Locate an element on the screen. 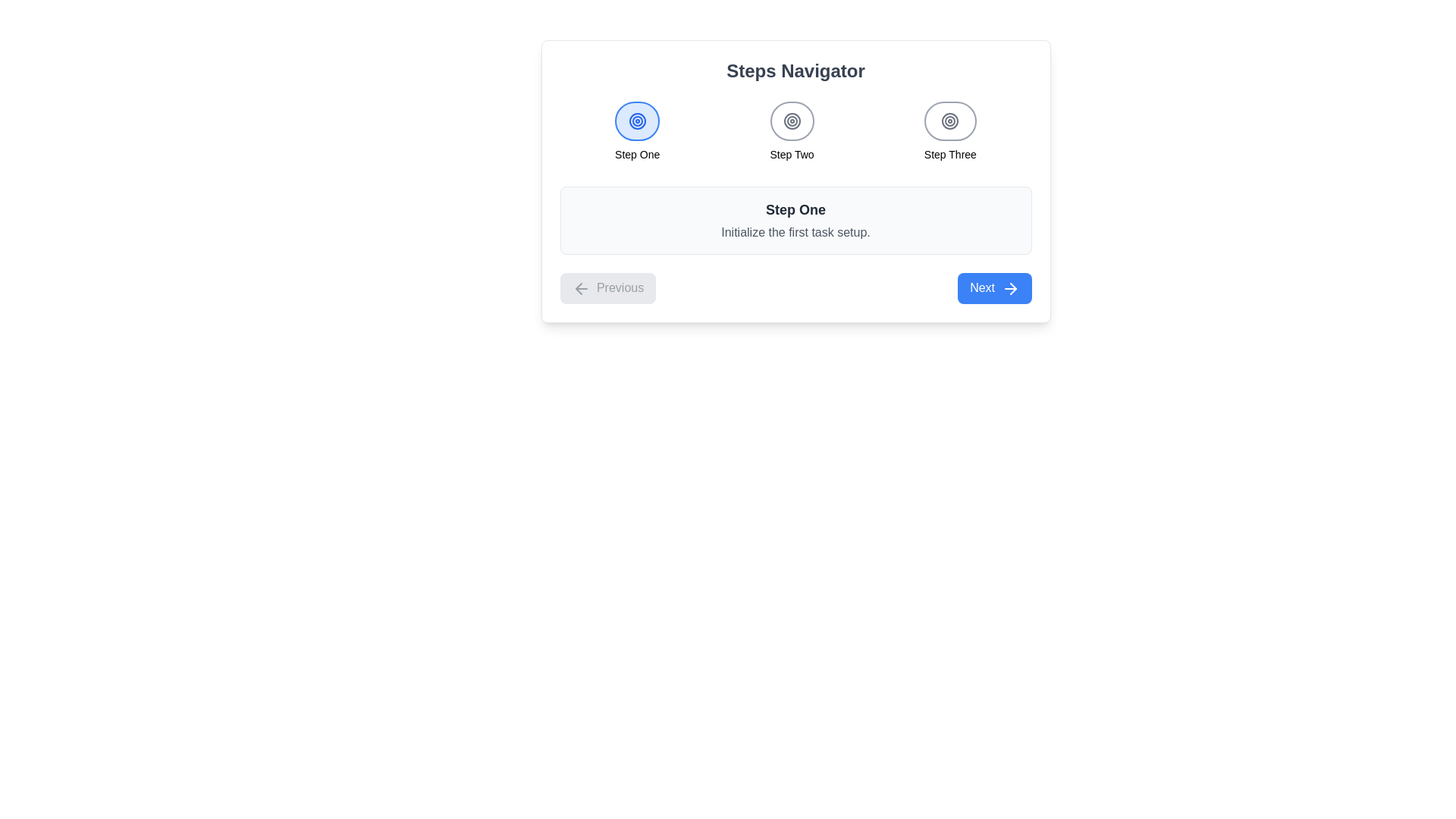  text label 'Step Two' which is positioned directly beneath the circular icon in the step navigation bar for step identification is located at coordinates (791, 155).